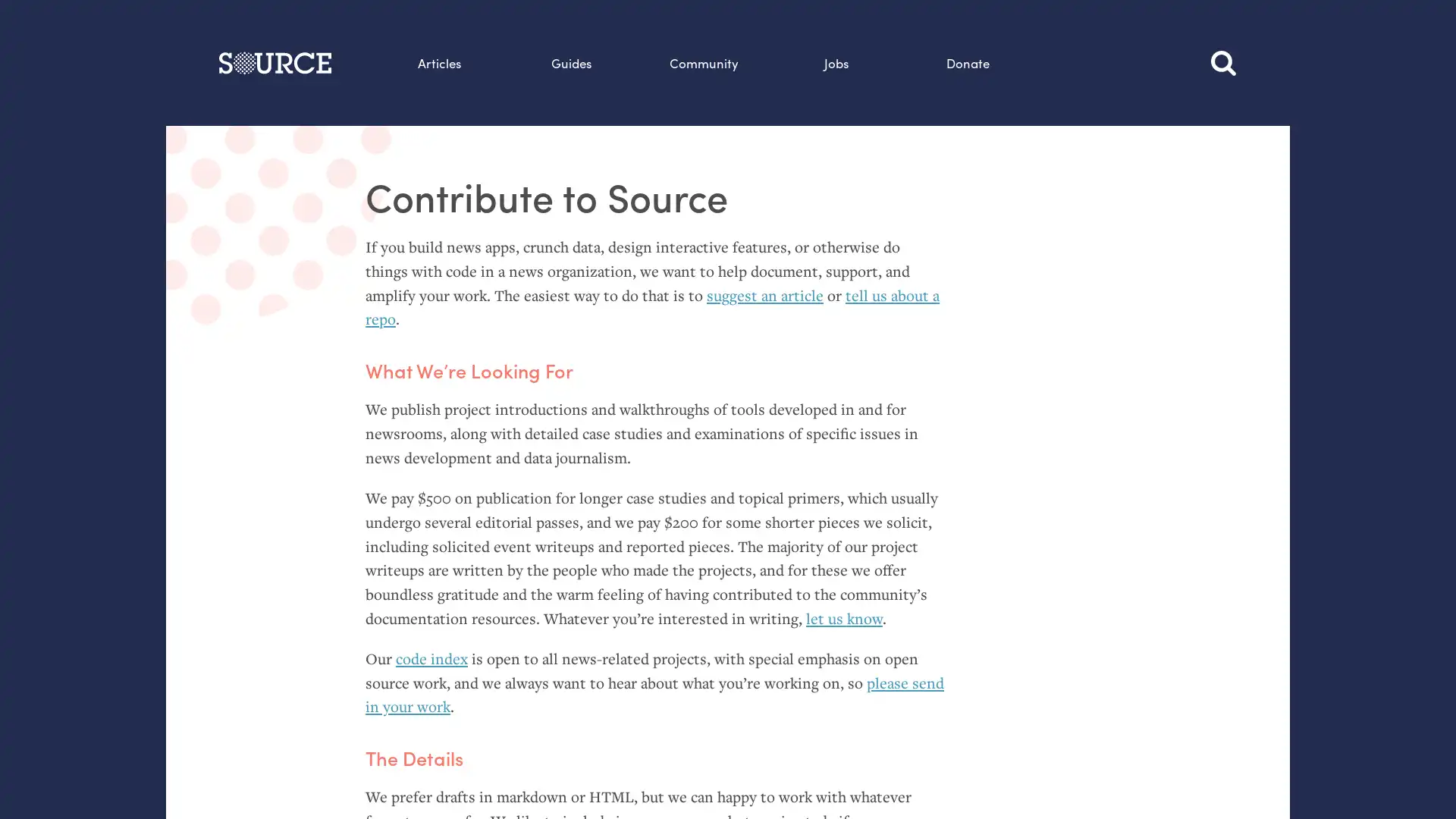  What do you see at coordinates (1222, 197) in the screenshot?
I see `Search` at bounding box center [1222, 197].